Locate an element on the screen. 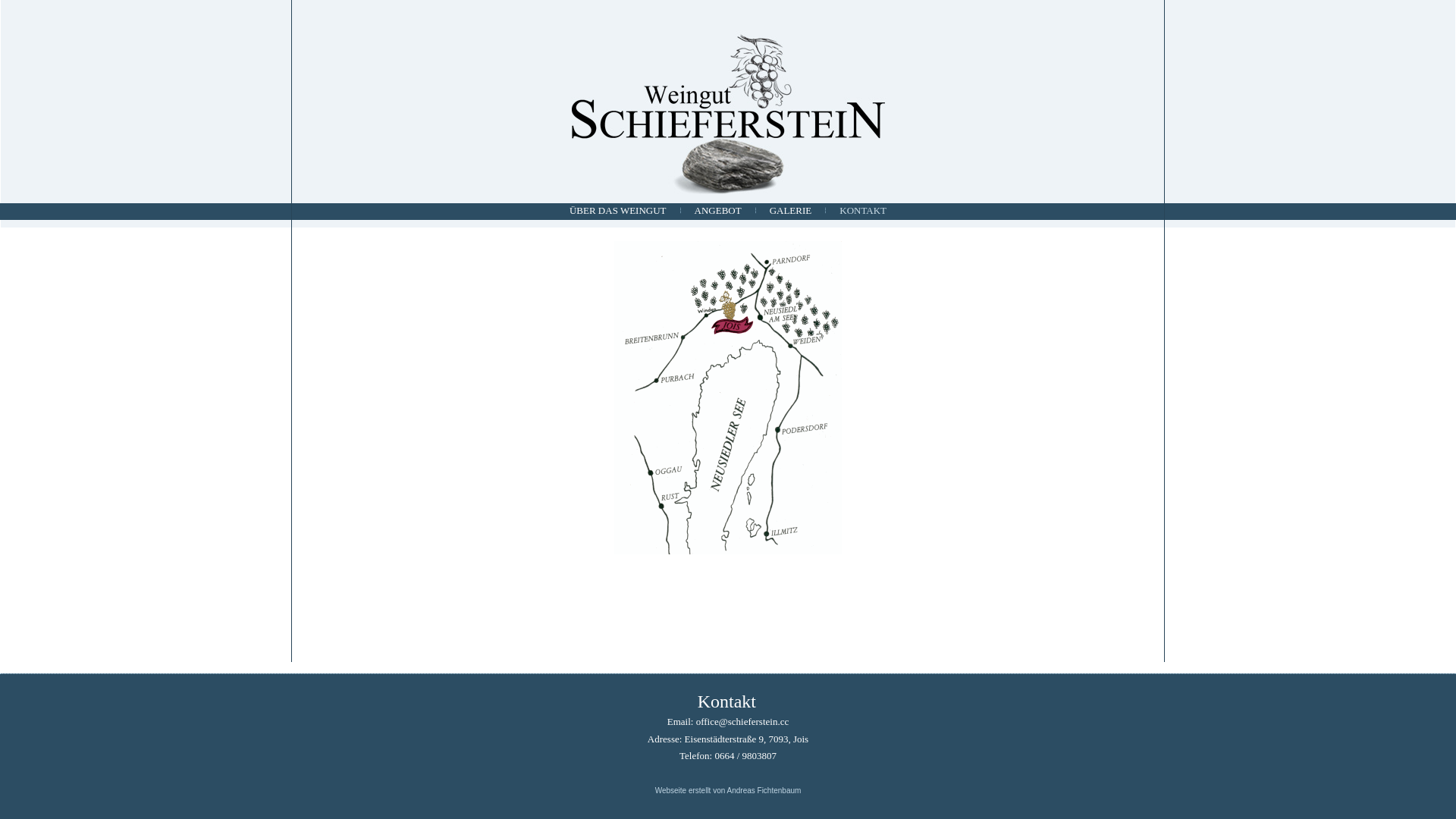  'ANGEBOT' is located at coordinates (717, 210).